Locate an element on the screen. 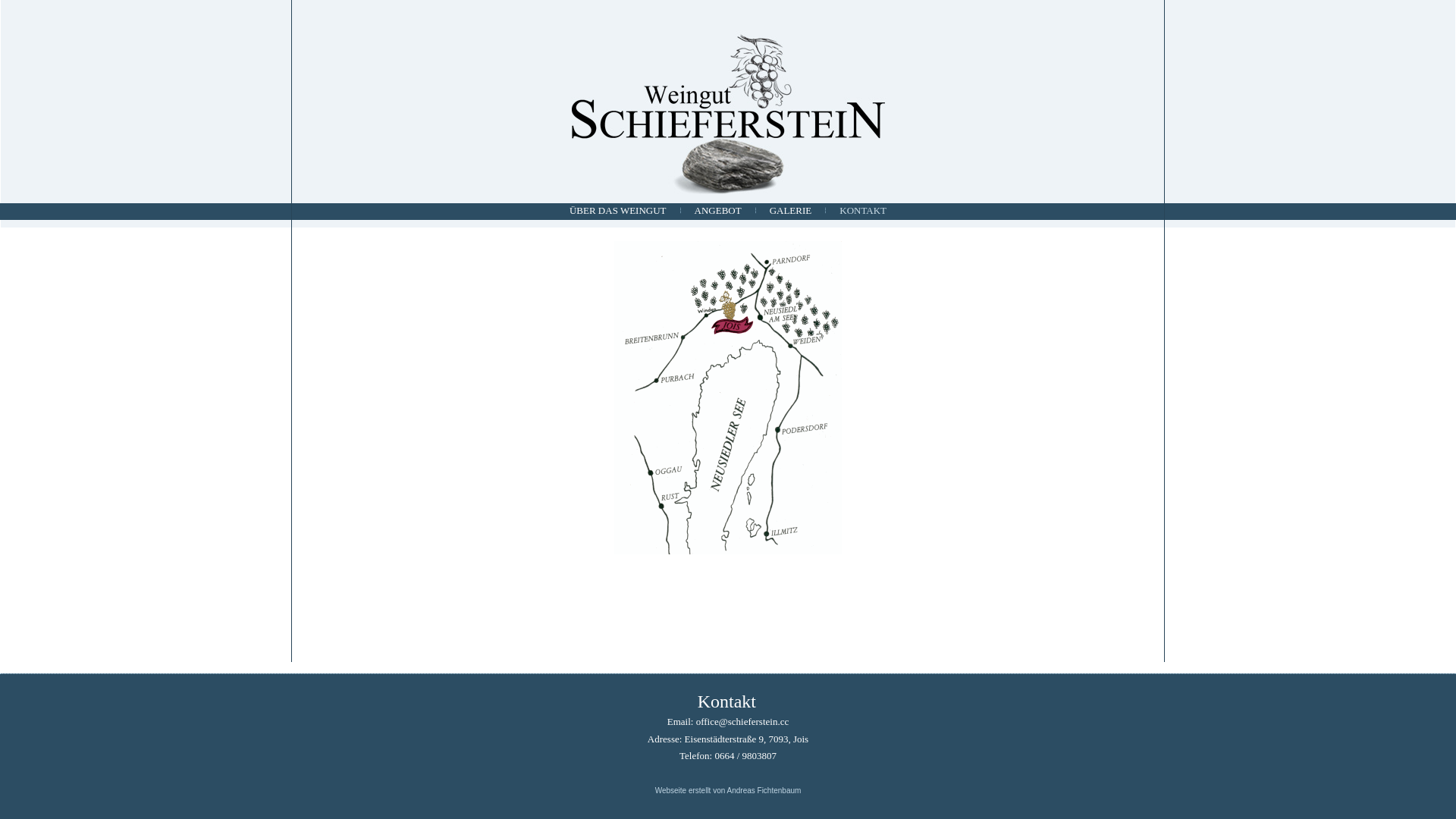  'ANGEBOT' is located at coordinates (717, 210).